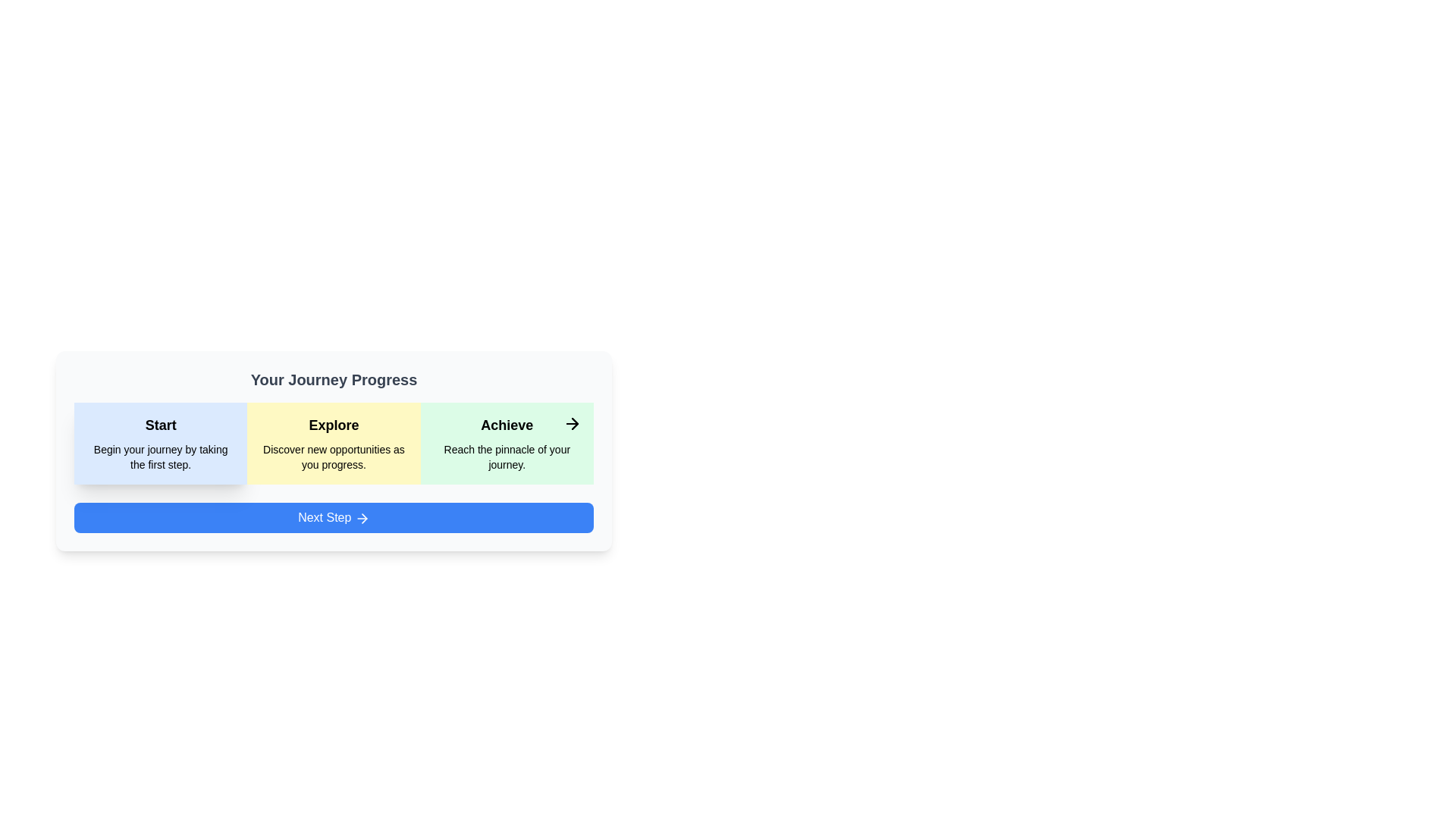 The width and height of the screenshot is (1456, 819). What do you see at coordinates (333, 463) in the screenshot?
I see `the Informative card that highlights a phase in a conceptual journey, positioned between 'Start' and 'Achieve'` at bounding box center [333, 463].